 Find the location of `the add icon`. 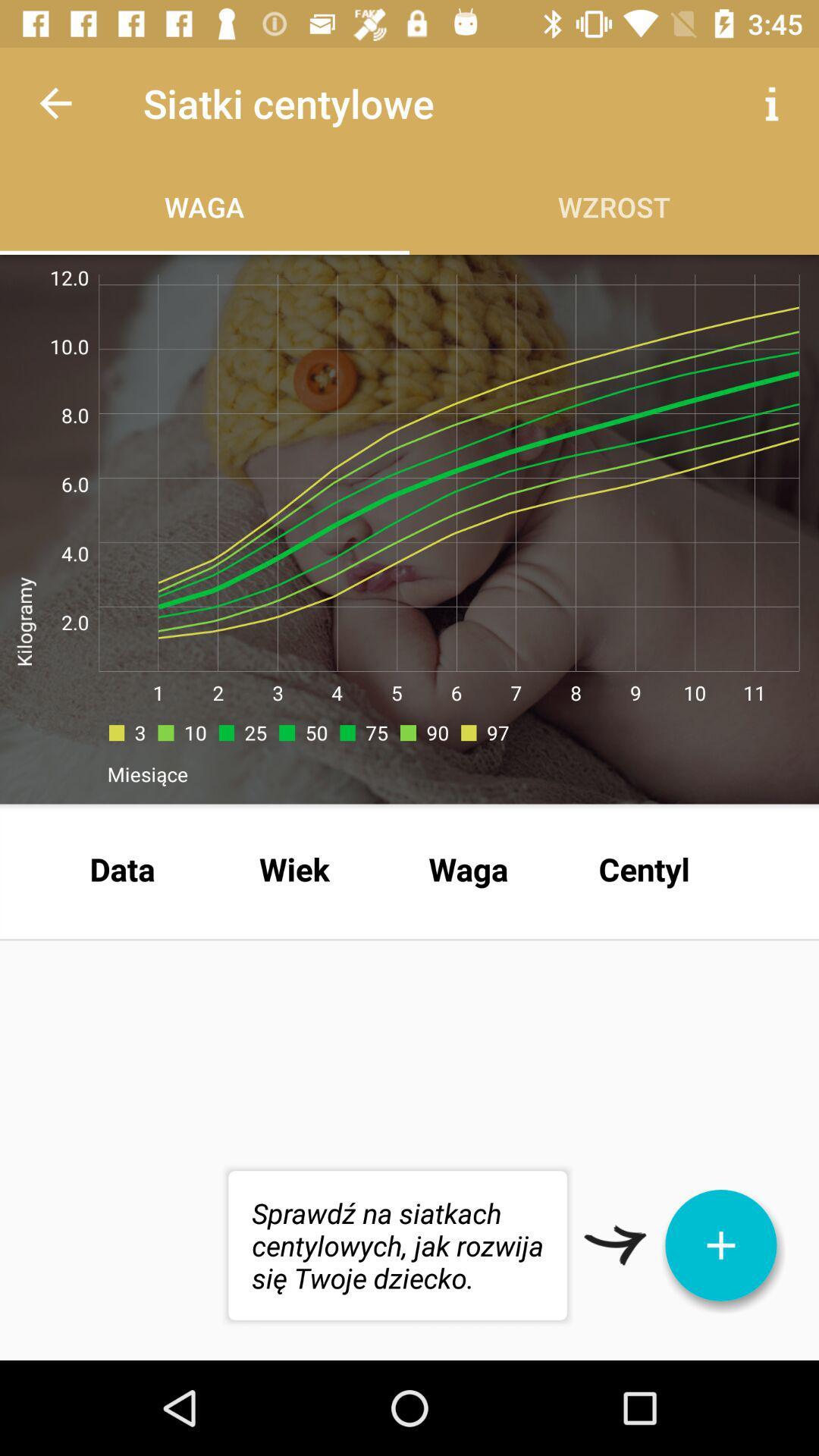

the add icon is located at coordinates (720, 1245).